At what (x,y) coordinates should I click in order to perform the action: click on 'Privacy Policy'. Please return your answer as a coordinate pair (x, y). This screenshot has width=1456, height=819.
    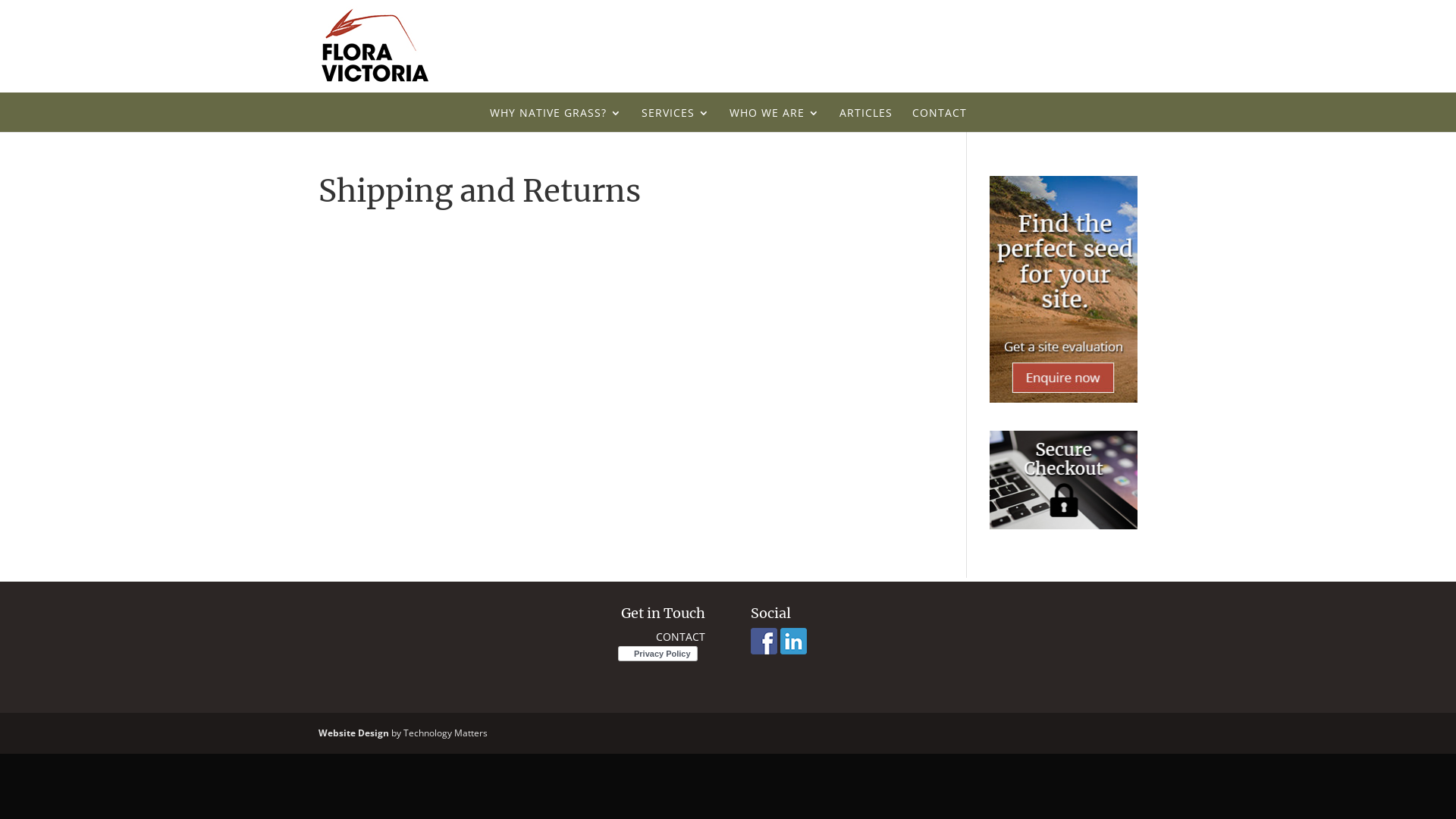
    Looking at the image, I should click on (618, 654).